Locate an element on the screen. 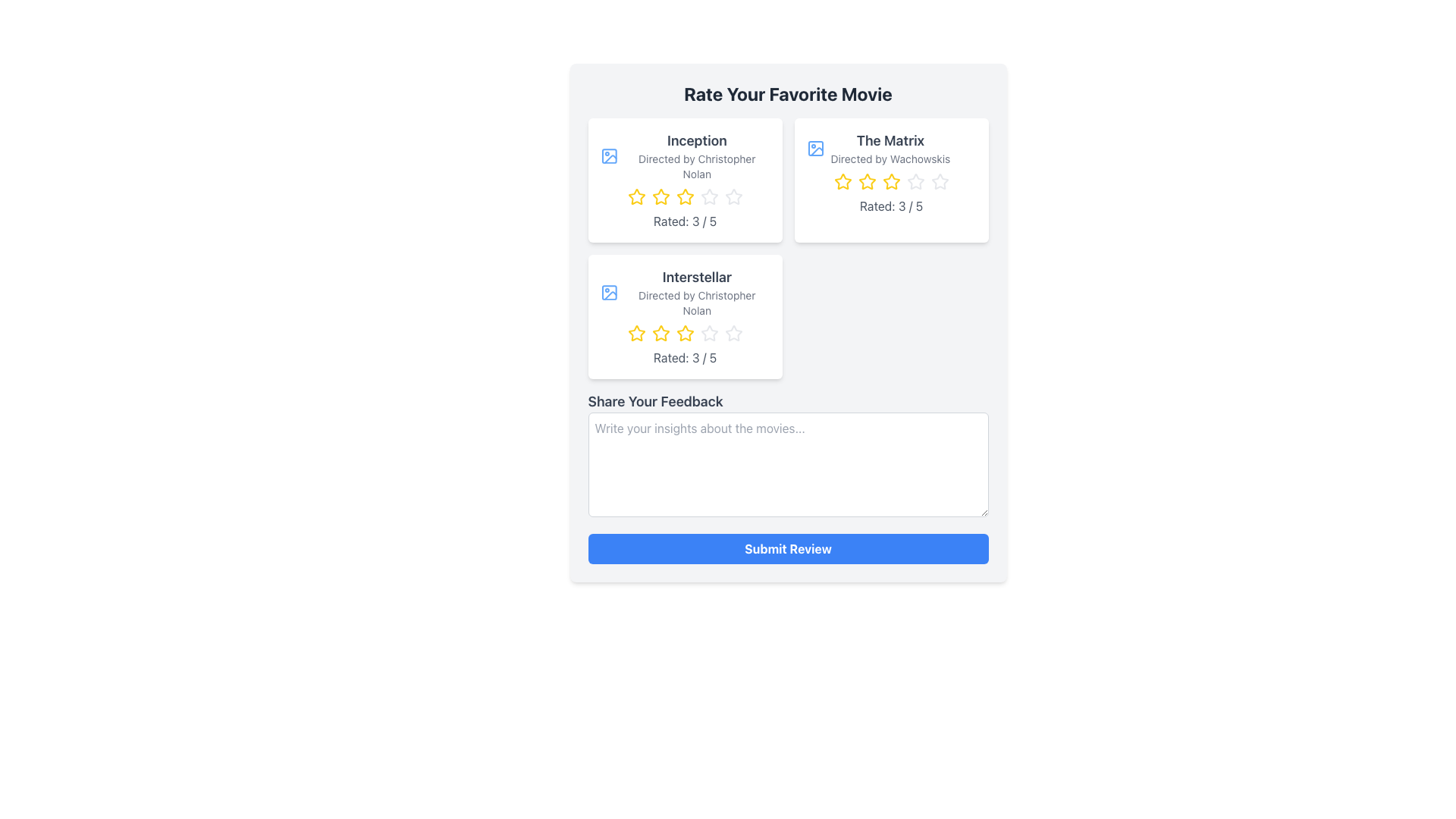  the second yellow Rating Star Icon associated with the movie 'Interstellar' to rate it is located at coordinates (661, 332).